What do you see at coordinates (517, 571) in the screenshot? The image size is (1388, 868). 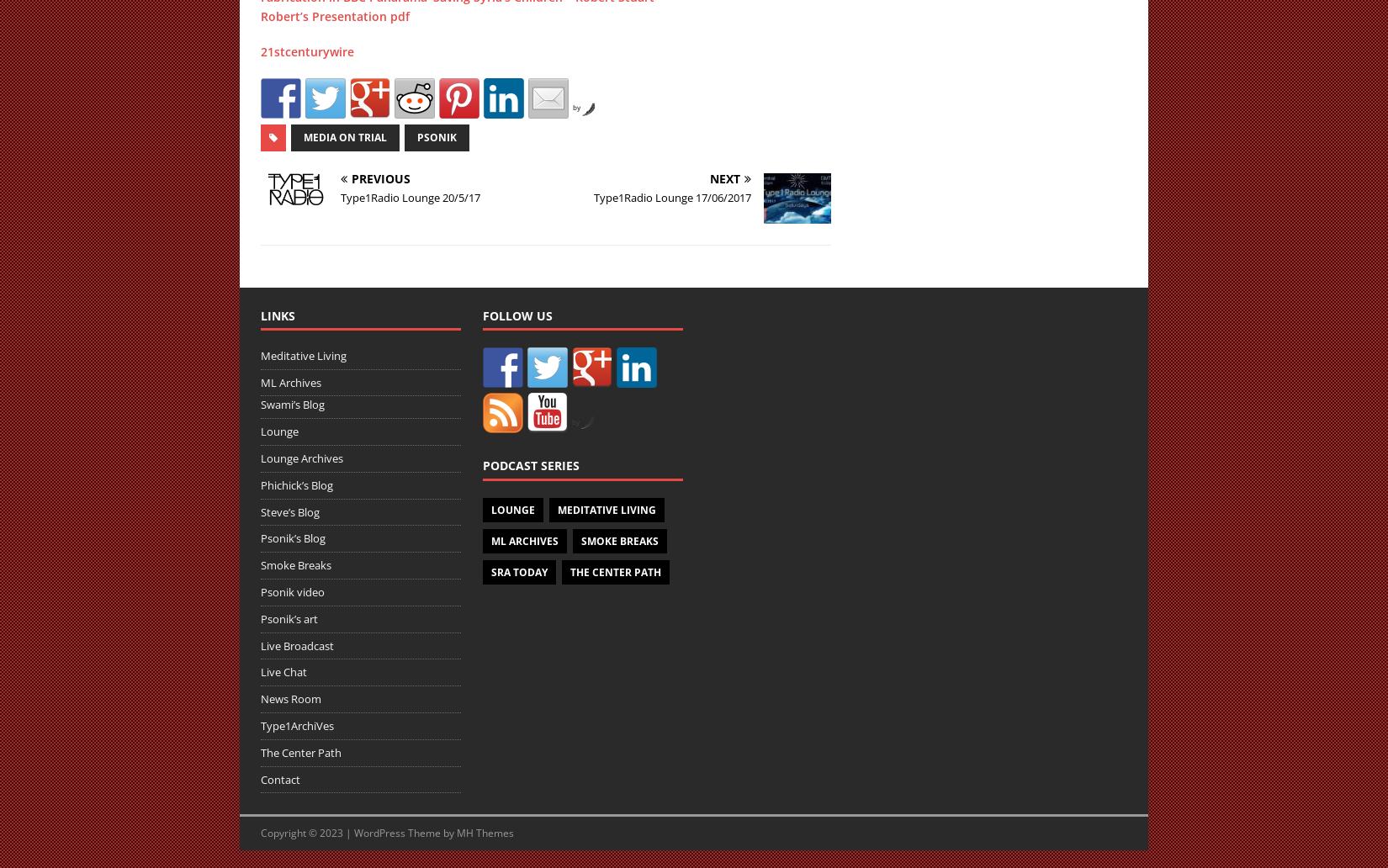 I see `'SRA Today'` at bounding box center [517, 571].